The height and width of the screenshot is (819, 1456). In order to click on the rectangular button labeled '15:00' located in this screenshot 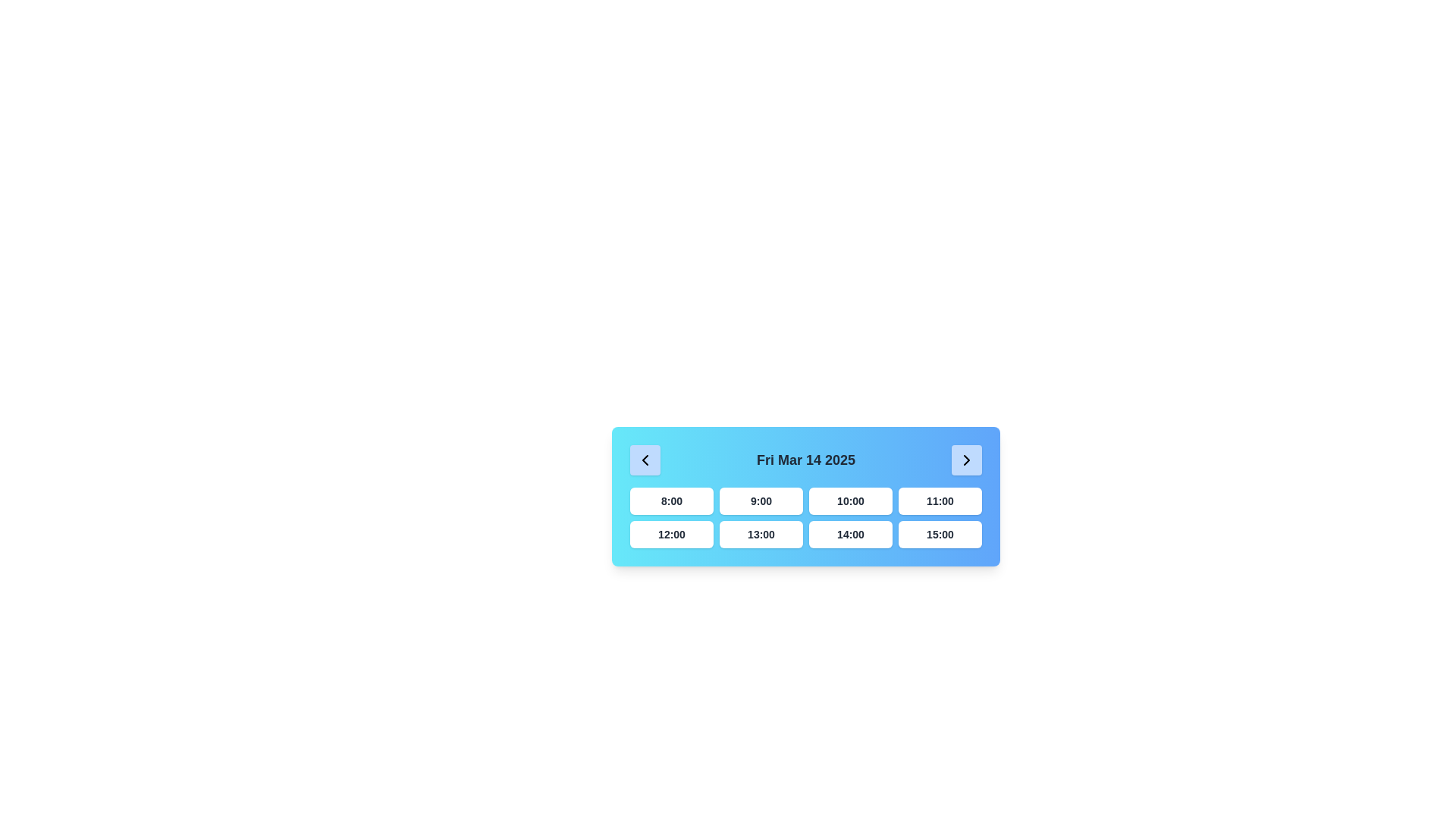, I will do `click(939, 534)`.